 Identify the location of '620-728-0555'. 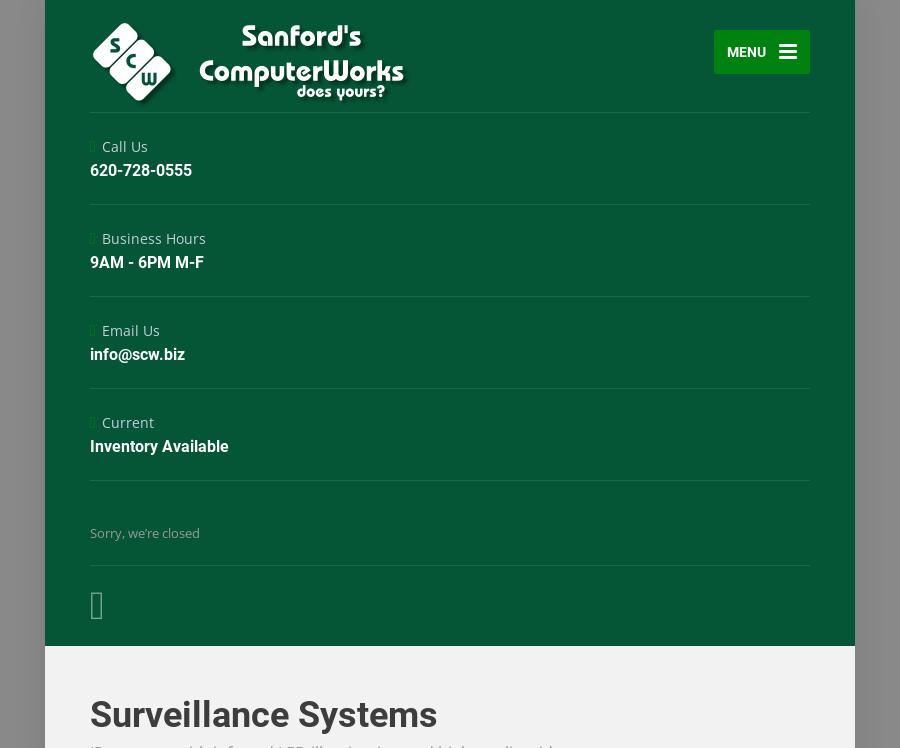
(141, 169).